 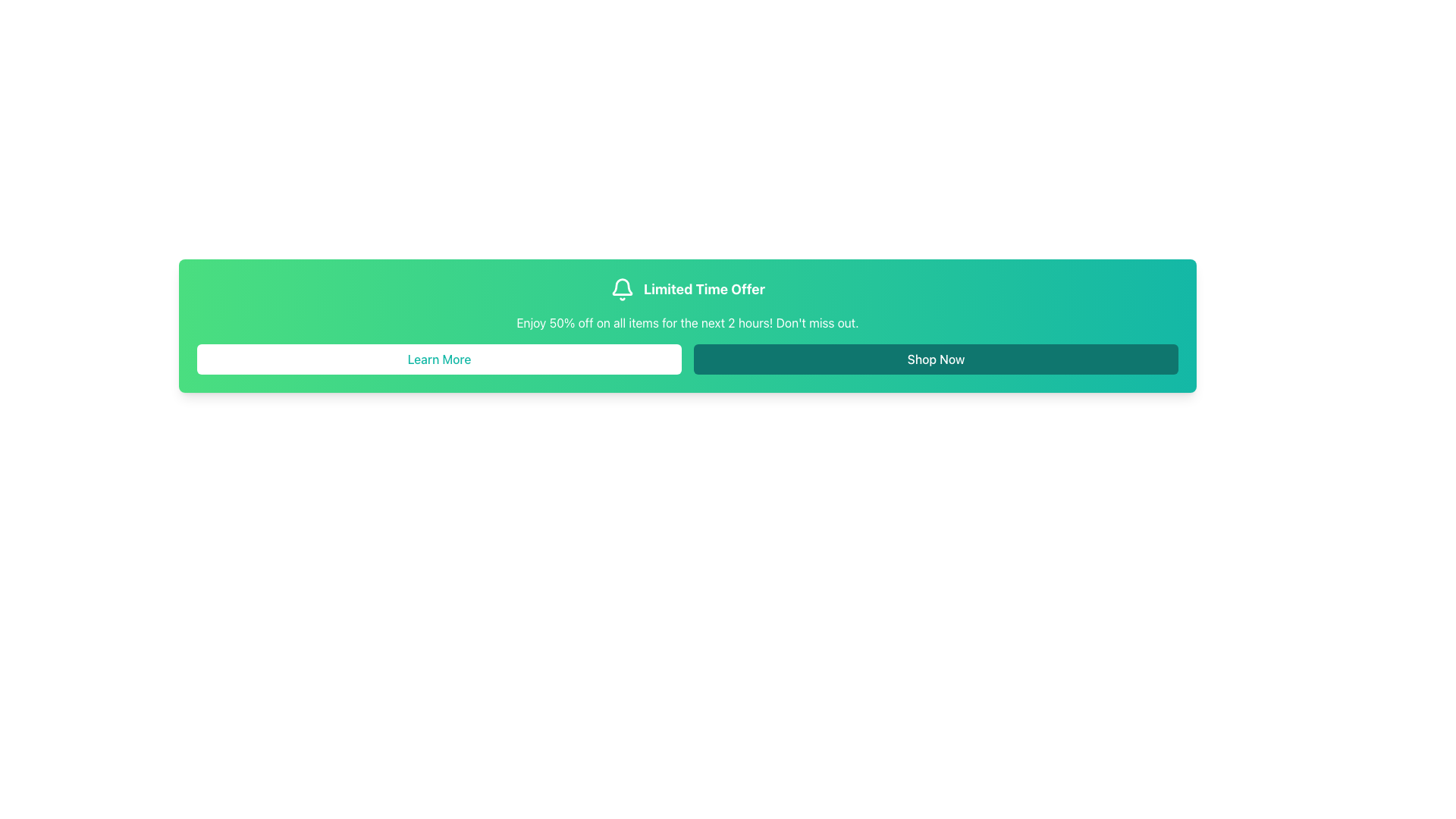 What do you see at coordinates (935, 359) in the screenshot?
I see `the 'Shop Now' button` at bounding box center [935, 359].